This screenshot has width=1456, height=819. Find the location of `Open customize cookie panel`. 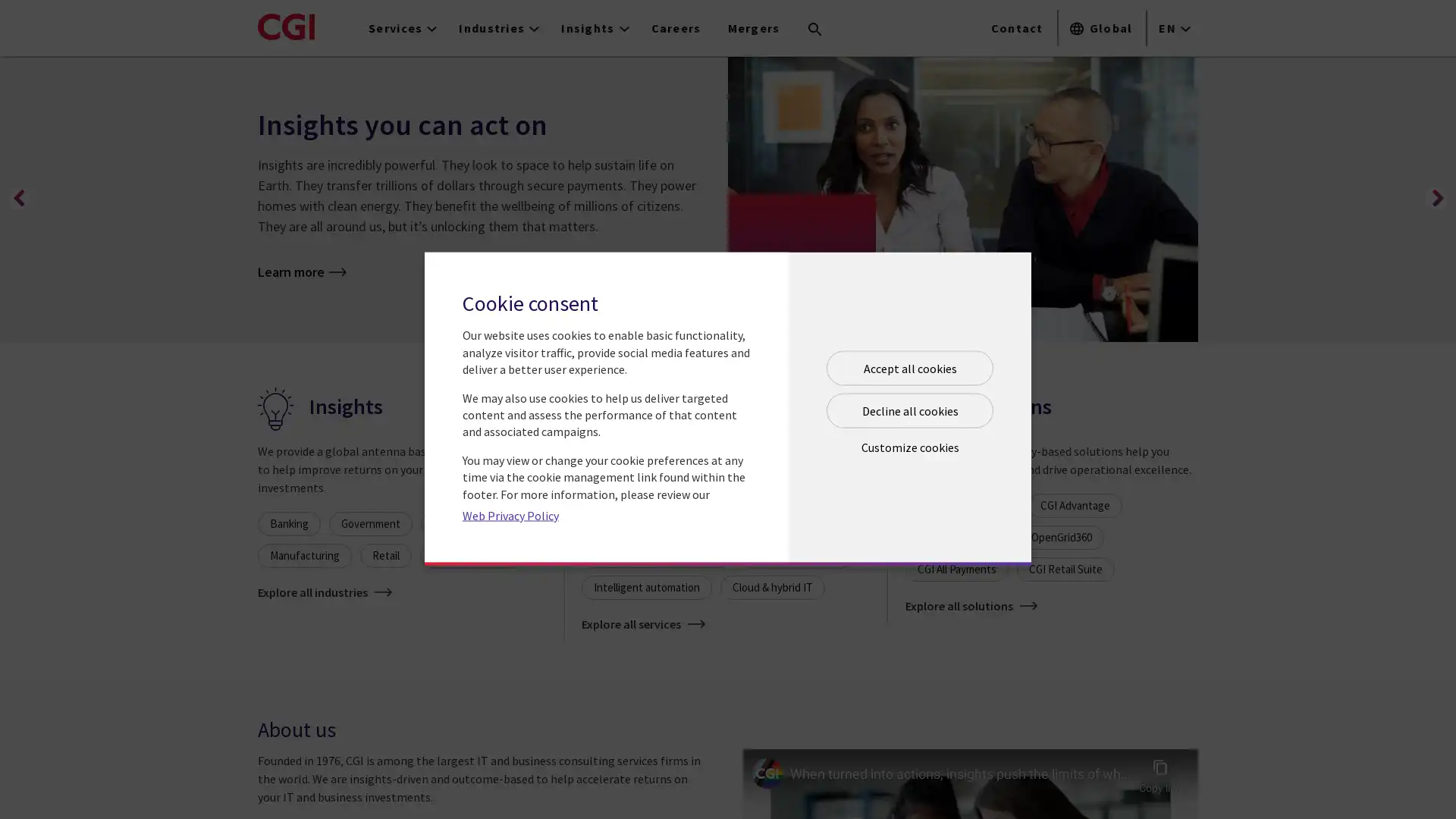

Open customize cookie panel is located at coordinates (910, 448).